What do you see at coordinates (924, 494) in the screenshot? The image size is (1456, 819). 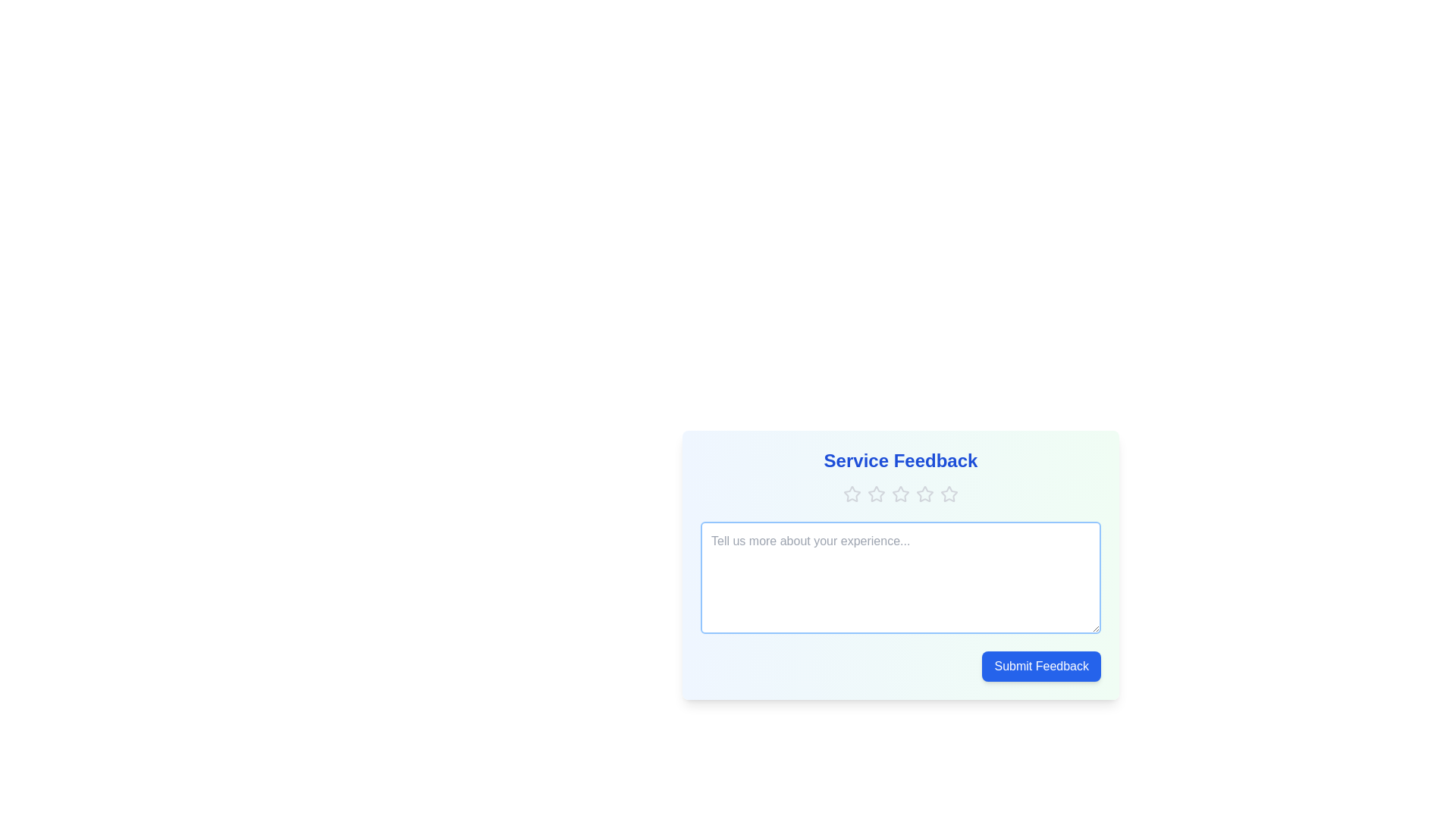 I see `the star corresponding to the desired rating 4` at bounding box center [924, 494].